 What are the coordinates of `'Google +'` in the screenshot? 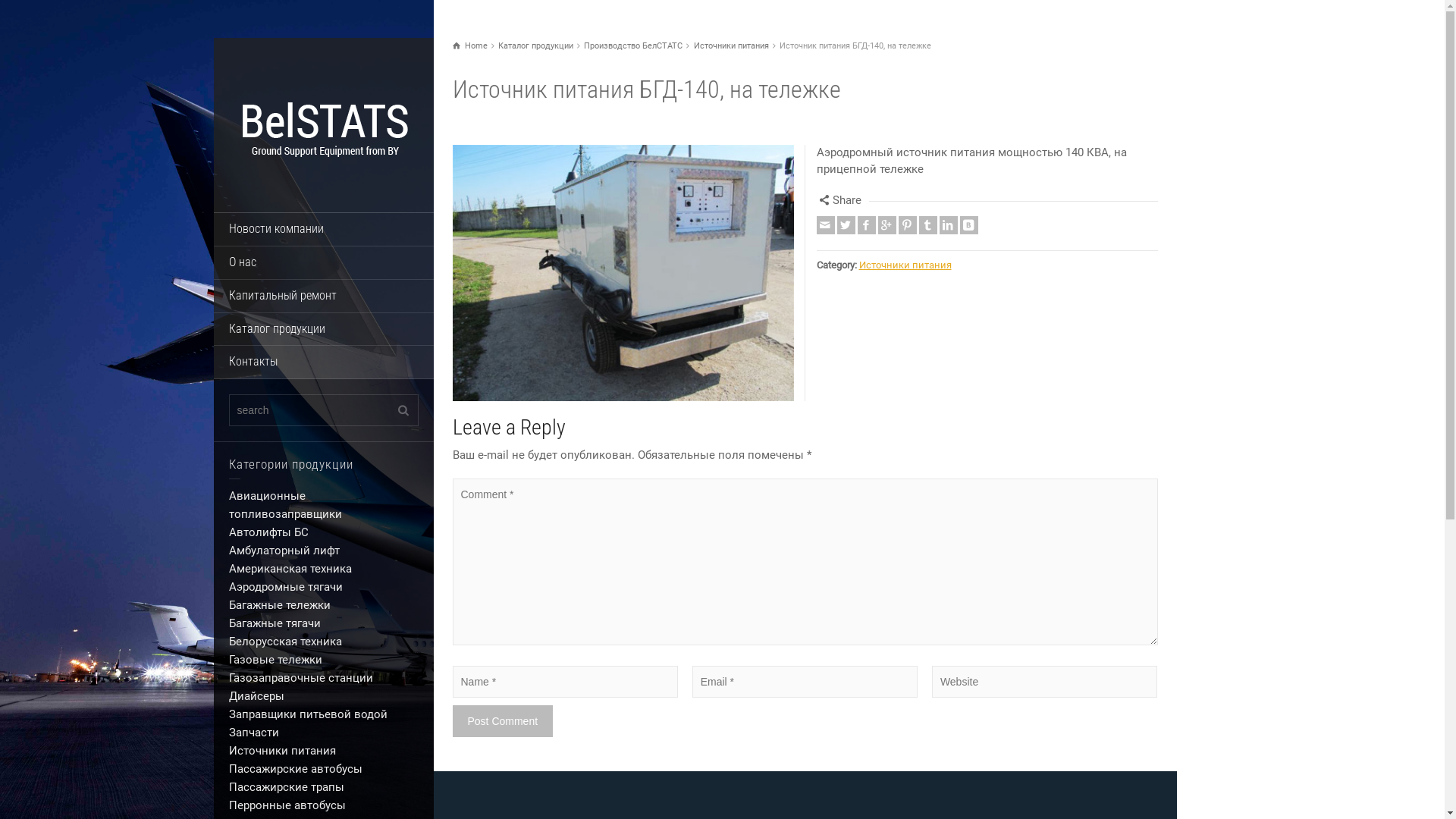 It's located at (887, 225).